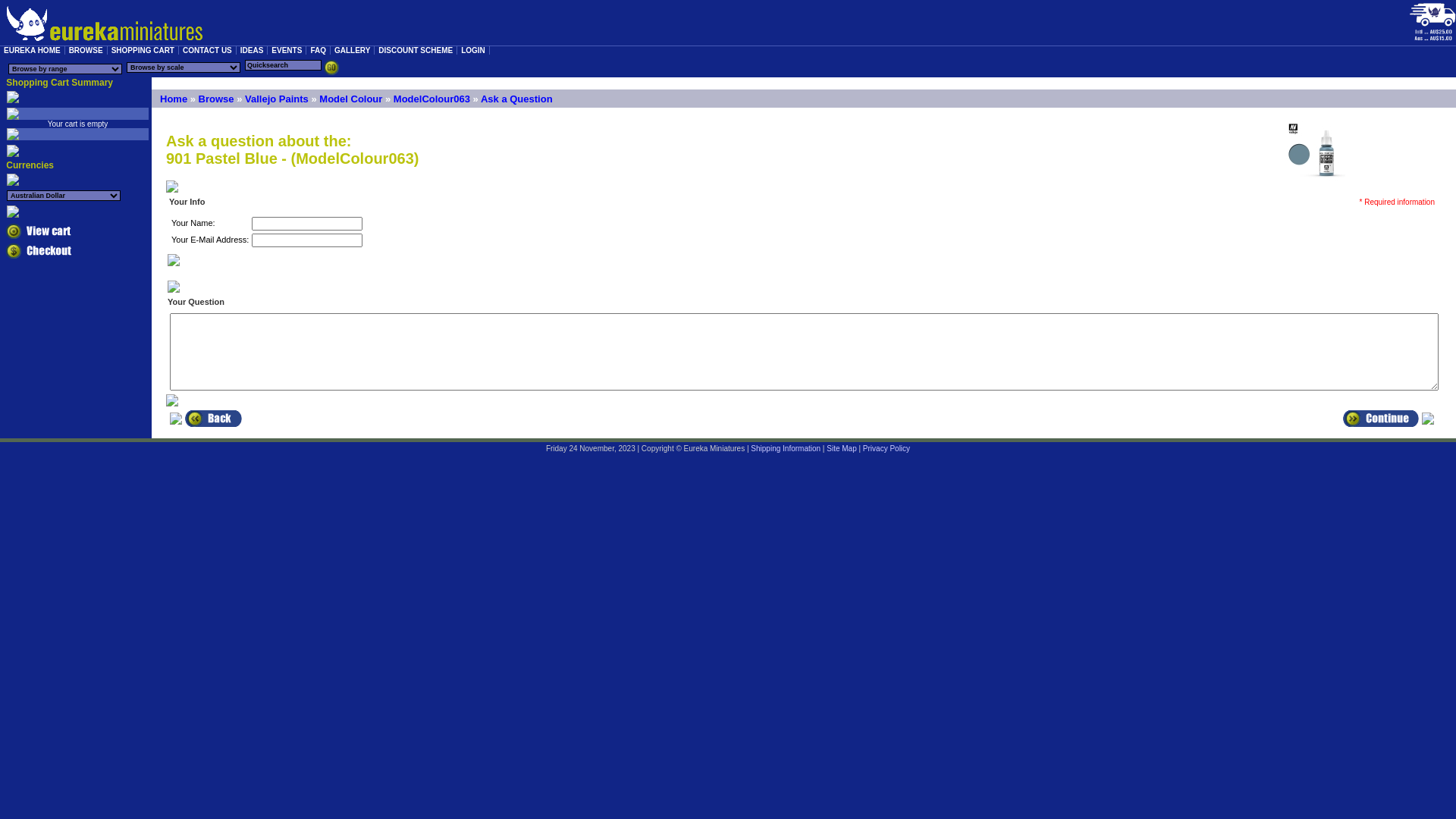  I want to click on 'SHOPPING CART', so click(143, 49).